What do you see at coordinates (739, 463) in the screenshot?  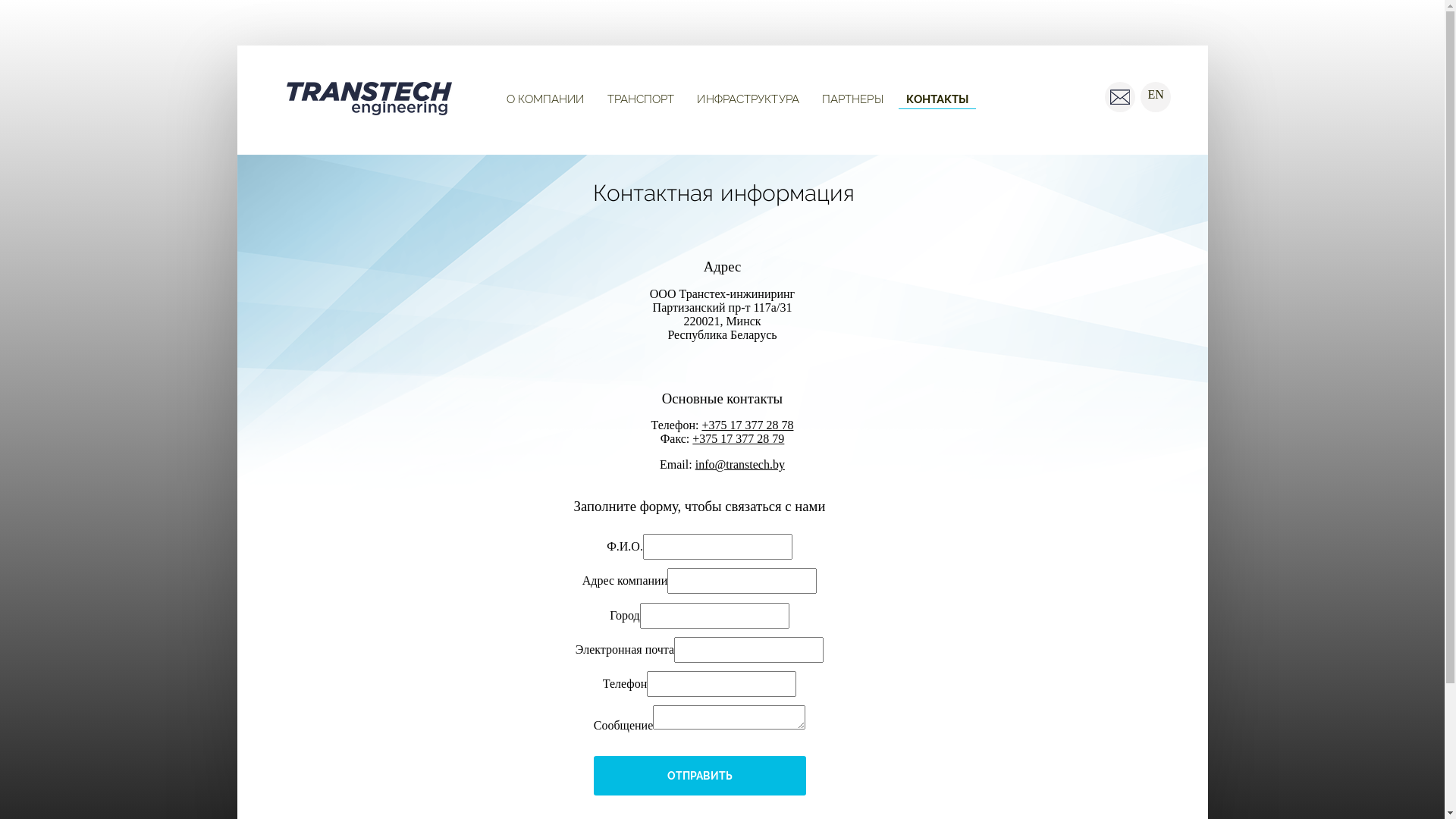 I see `'info@transtech.by'` at bounding box center [739, 463].